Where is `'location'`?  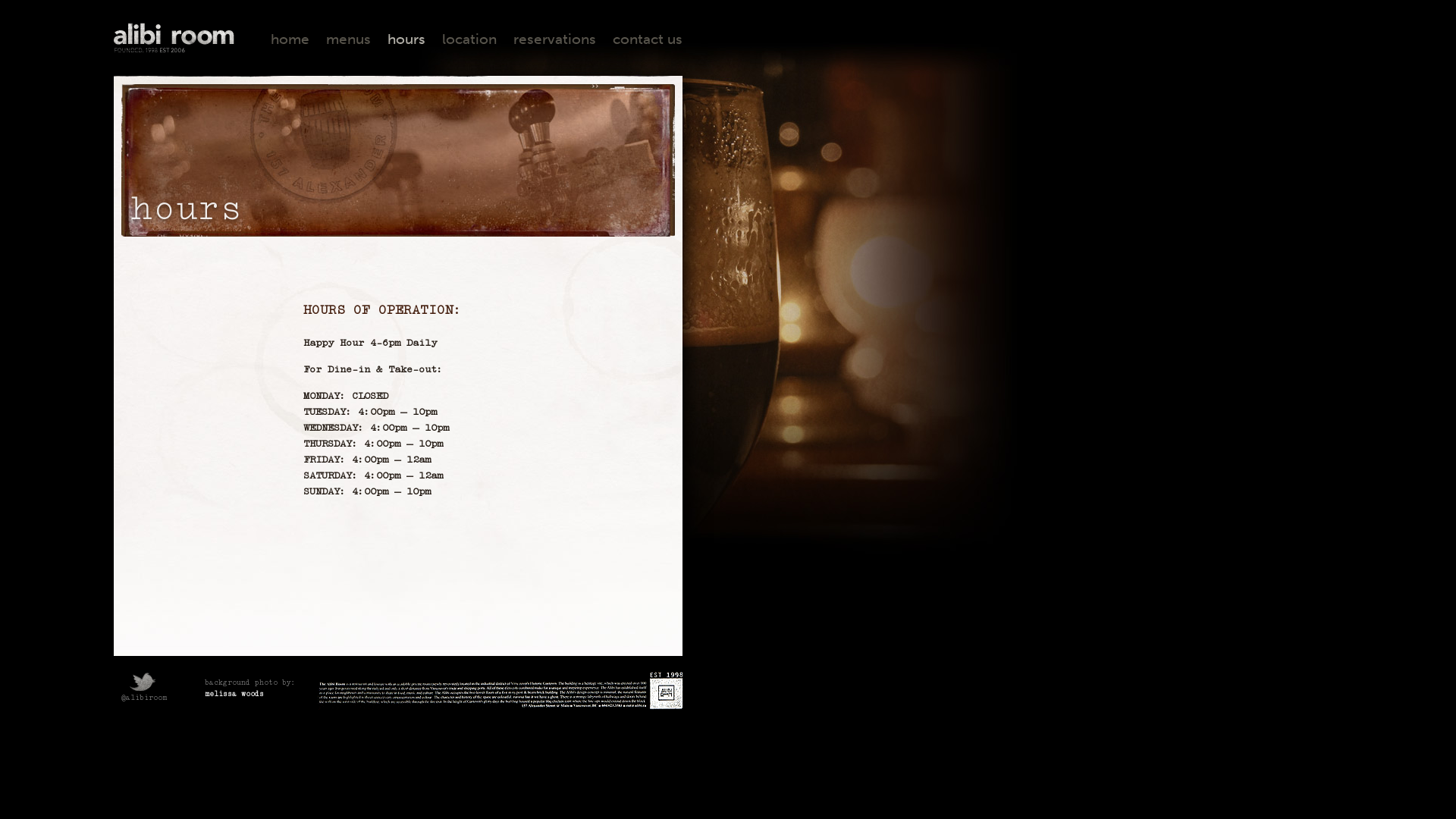
'location' is located at coordinates (441, 38).